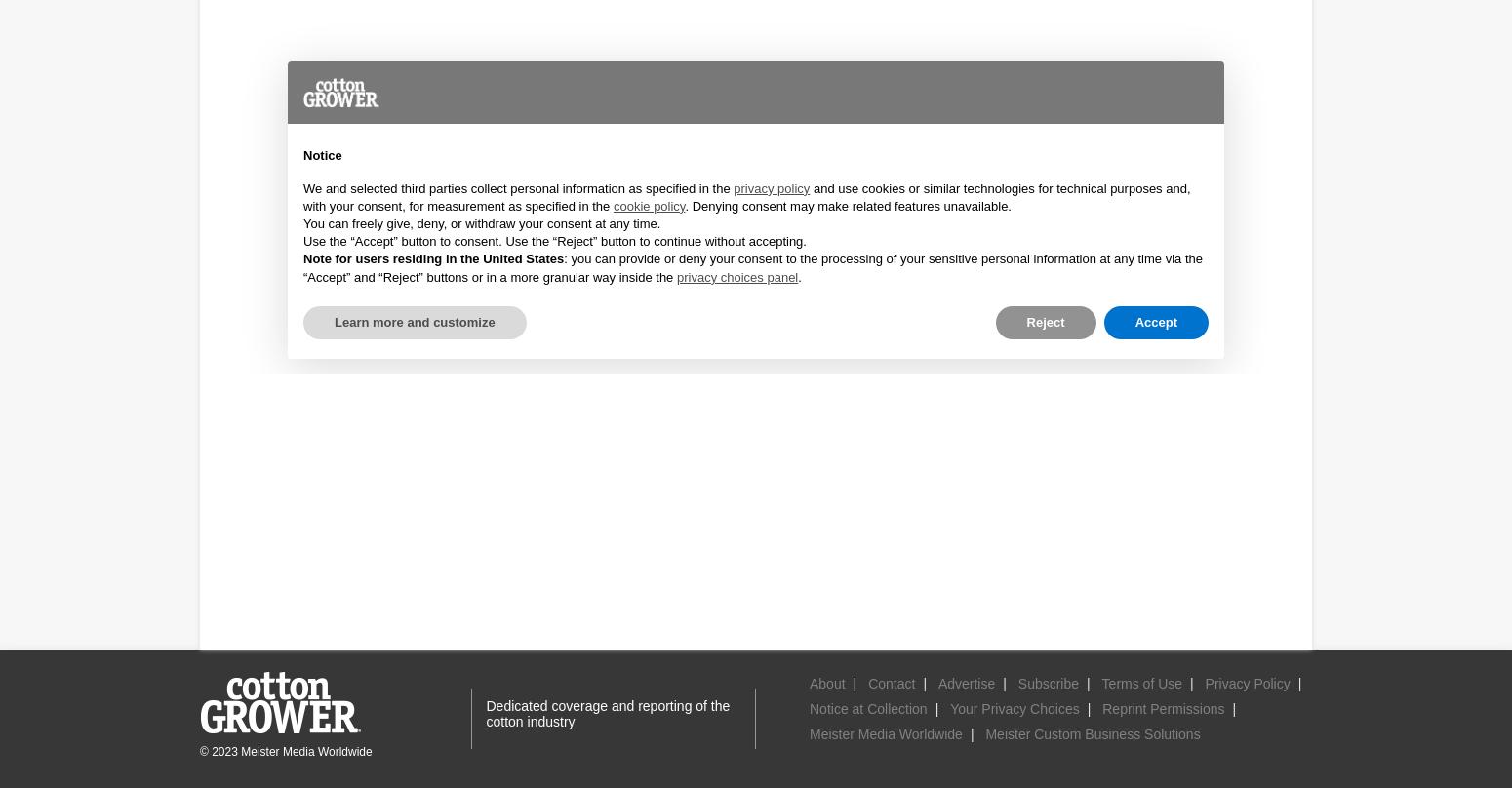 The width and height of the screenshot is (1512, 788). Describe the element at coordinates (1155, 320) in the screenshot. I see `'Accept'` at that location.